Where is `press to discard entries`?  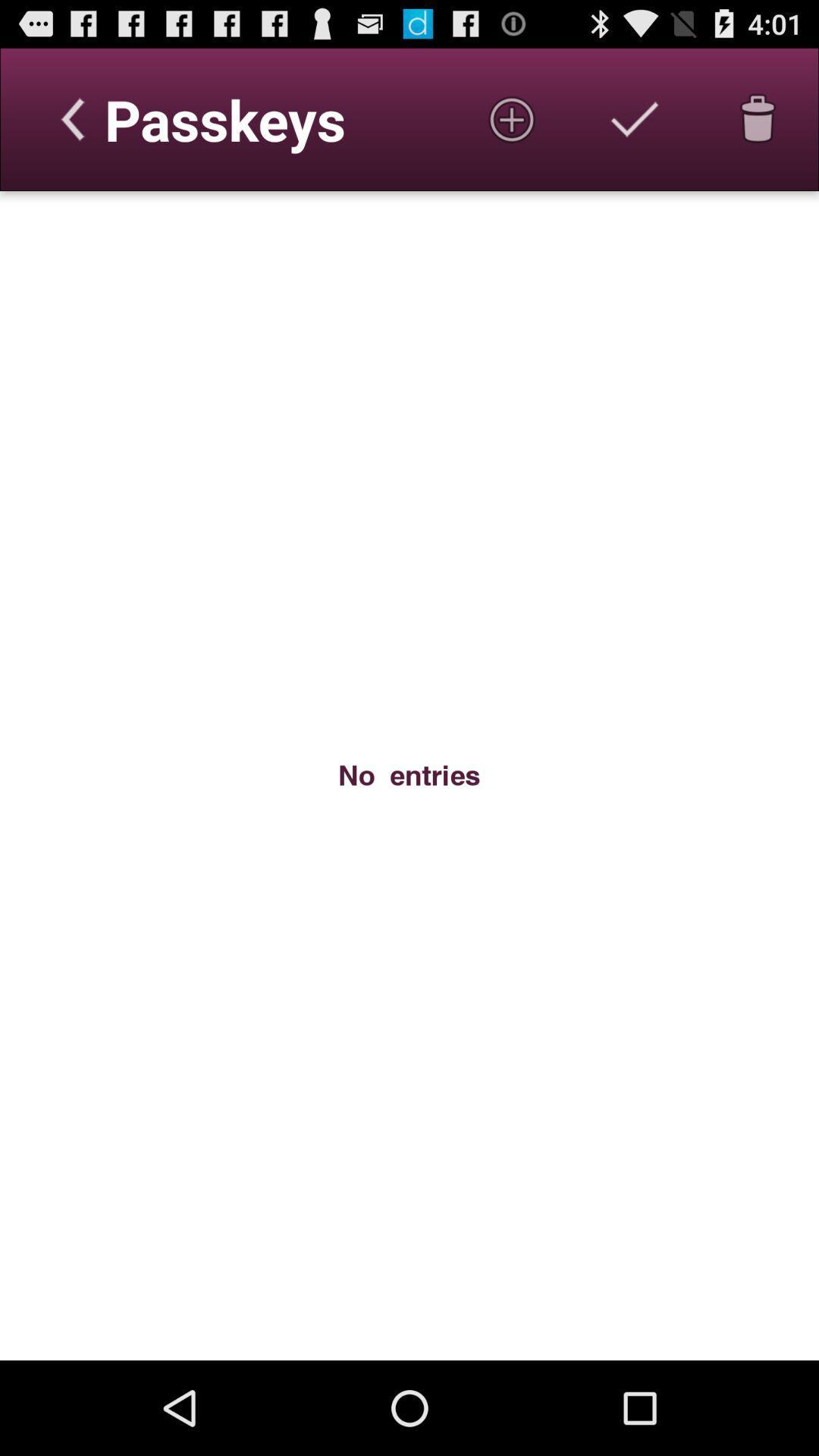
press to discard entries is located at coordinates (758, 118).